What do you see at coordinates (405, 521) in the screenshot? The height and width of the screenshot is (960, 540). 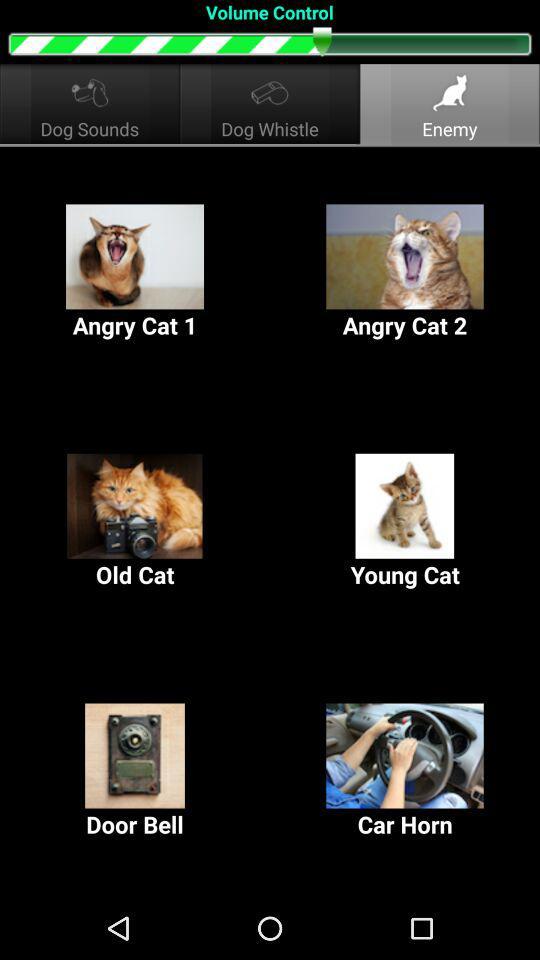 I see `button next to the old cat` at bounding box center [405, 521].